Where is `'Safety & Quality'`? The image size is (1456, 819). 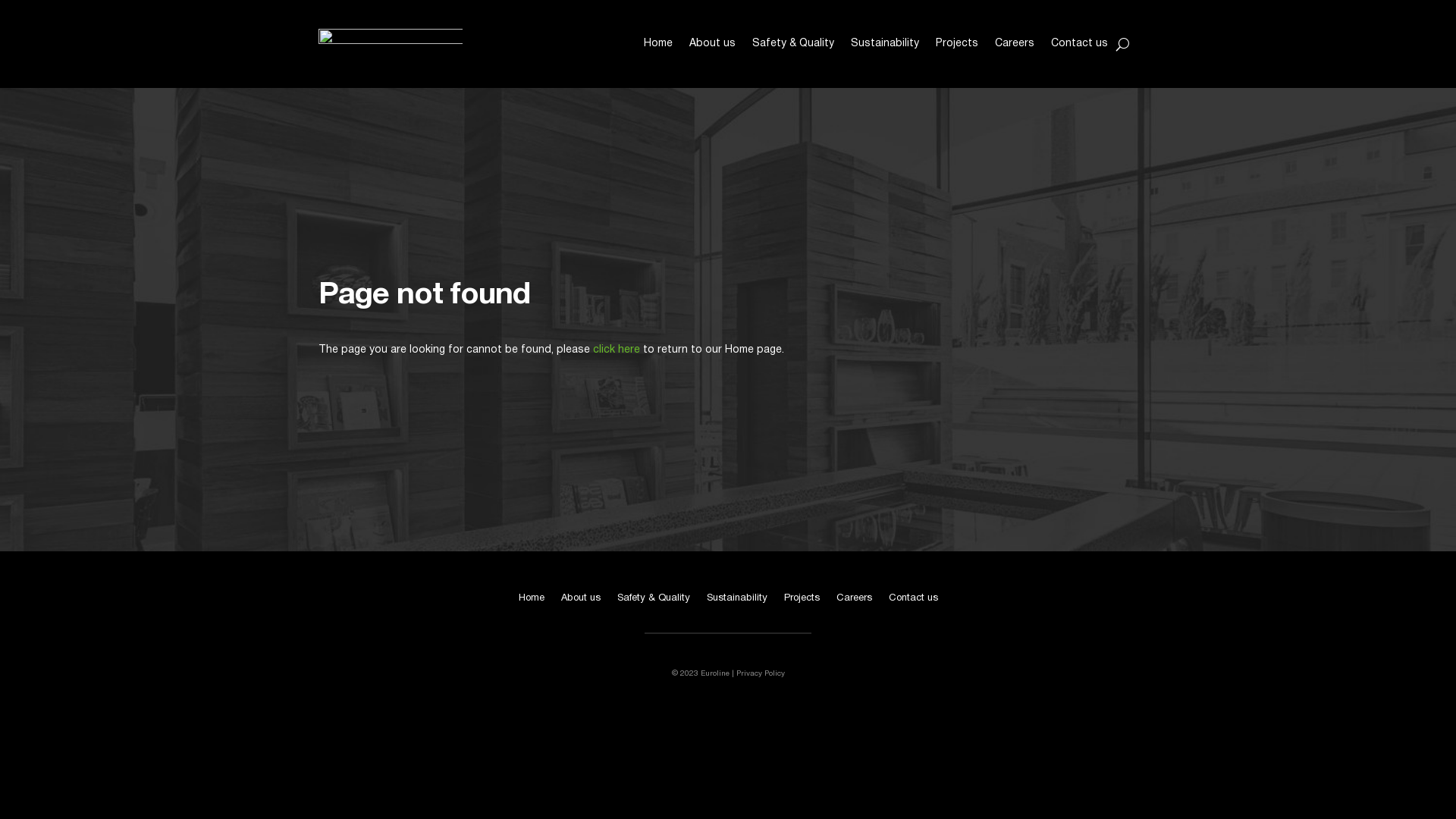
'Safety & Quality' is located at coordinates (792, 42).